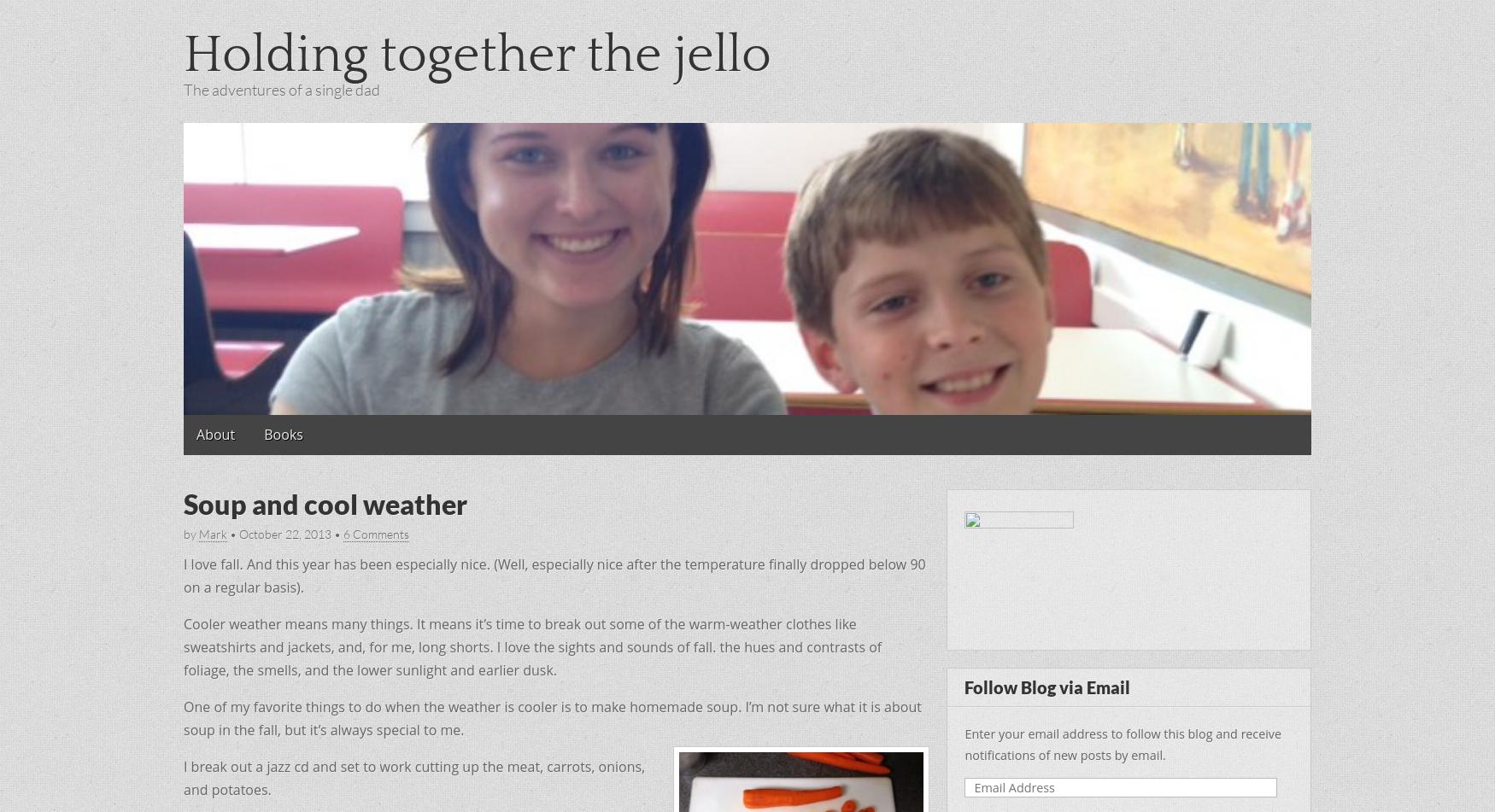  Describe the element at coordinates (551, 717) in the screenshot. I see `'One of my favorite things to do when the weather is cooler is to make homemade soup. I’m not sure what it is about soup in the fall, but it’s always special to me.'` at that location.